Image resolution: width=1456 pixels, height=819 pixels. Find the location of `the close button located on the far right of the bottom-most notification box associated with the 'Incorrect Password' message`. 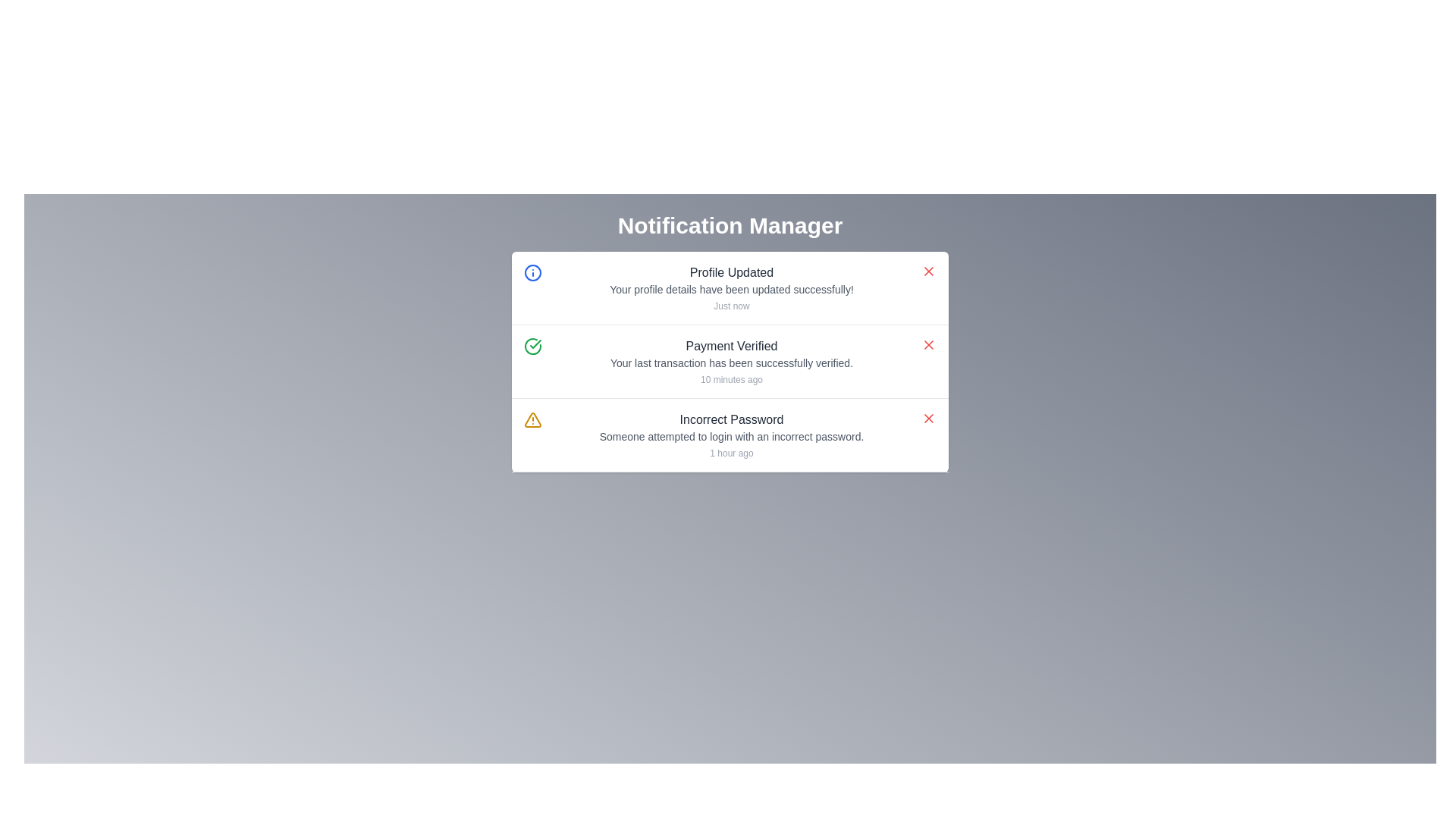

the close button located on the far right of the bottom-most notification box associated with the 'Incorrect Password' message is located at coordinates (927, 418).